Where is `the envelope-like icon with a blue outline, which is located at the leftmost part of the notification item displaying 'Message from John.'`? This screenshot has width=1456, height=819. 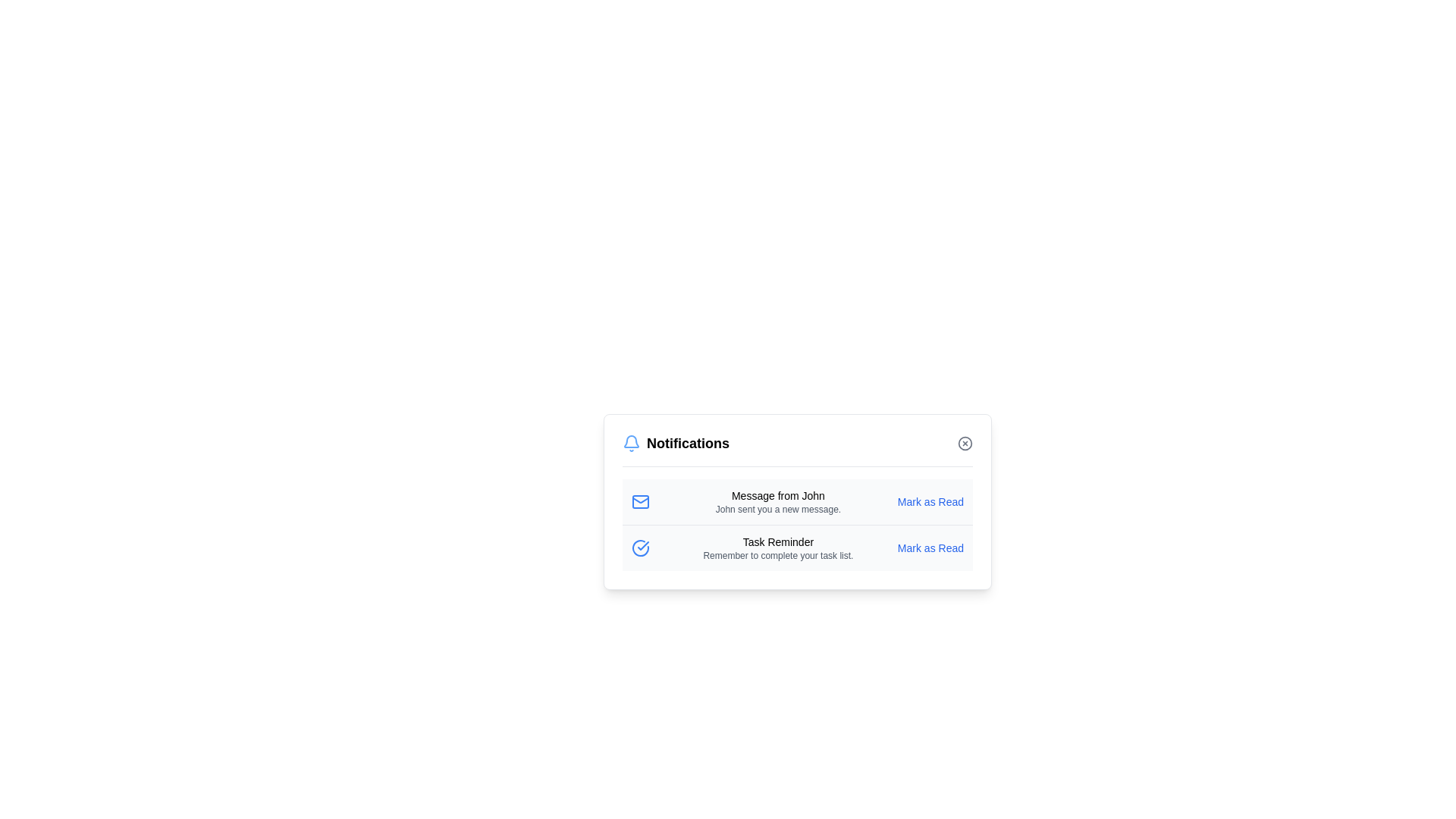 the envelope-like icon with a blue outline, which is located at the leftmost part of the notification item displaying 'Message from John.' is located at coordinates (640, 502).